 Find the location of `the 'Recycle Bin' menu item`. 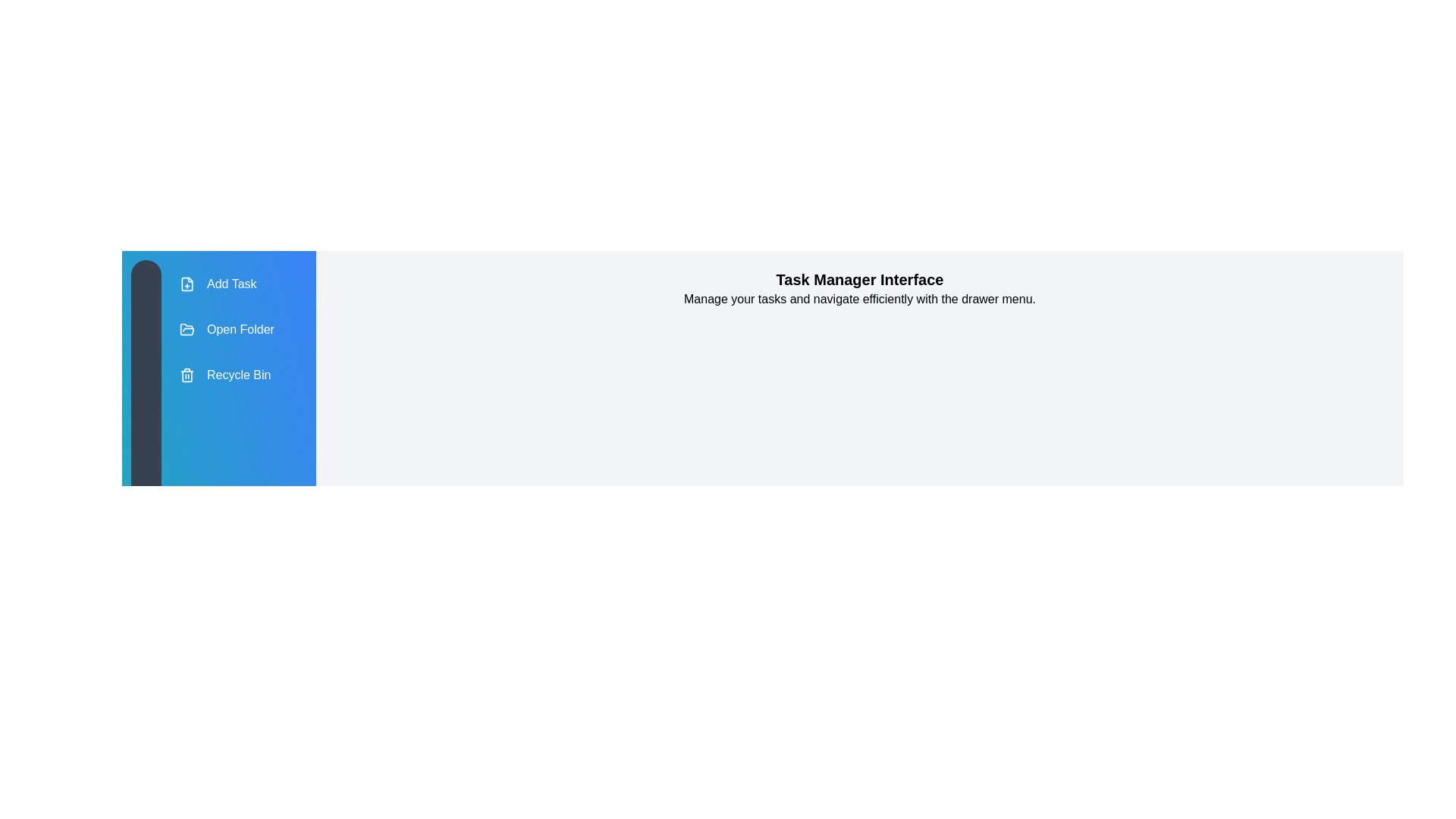

the 'Recycle Bin' menu item is located at coordinates (225, 375).